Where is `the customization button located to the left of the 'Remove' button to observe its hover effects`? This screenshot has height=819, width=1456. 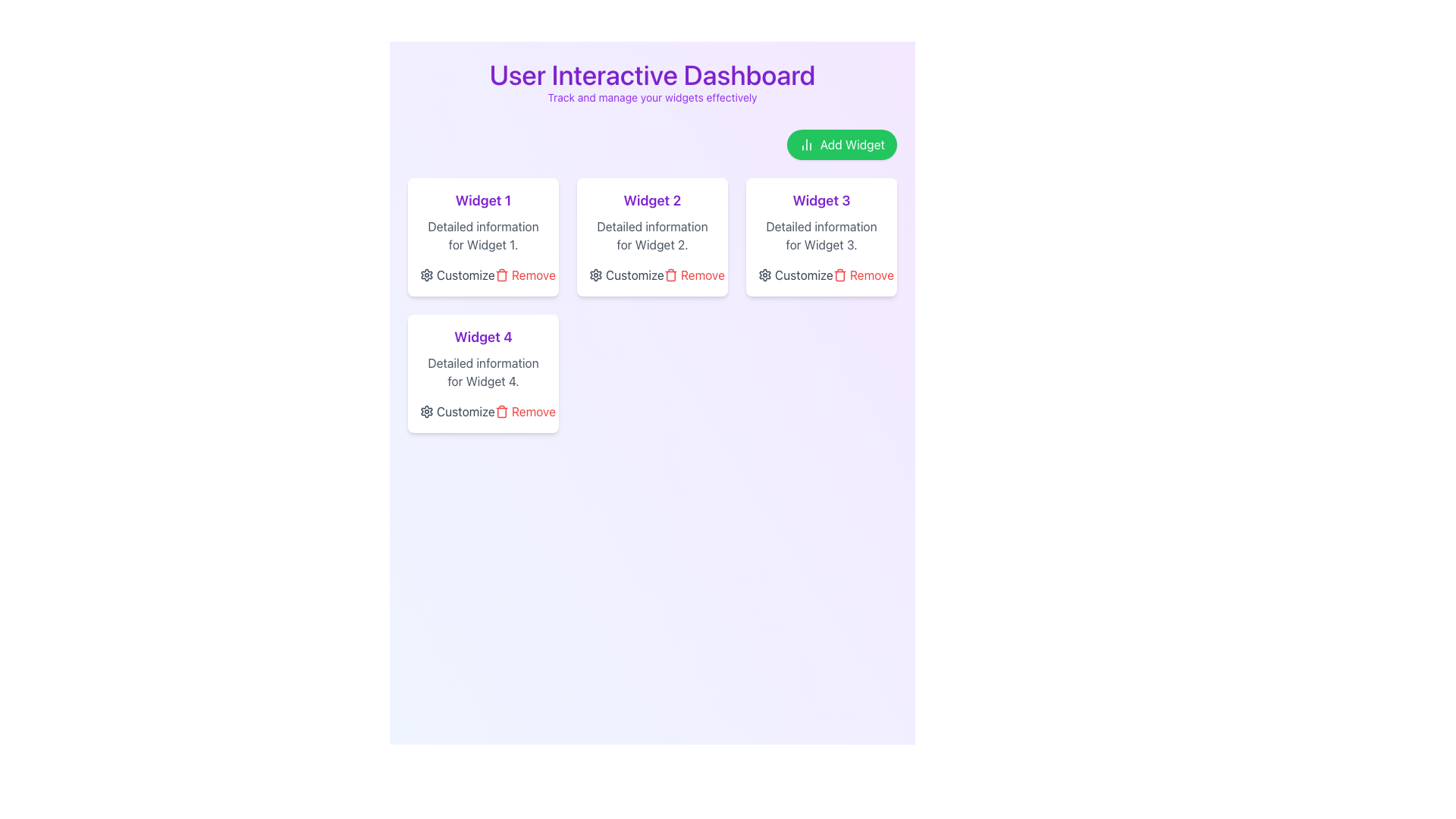 the customization button located to the left of the 'Remove' button to observe its hover effects is located at coordinates (457, 275).